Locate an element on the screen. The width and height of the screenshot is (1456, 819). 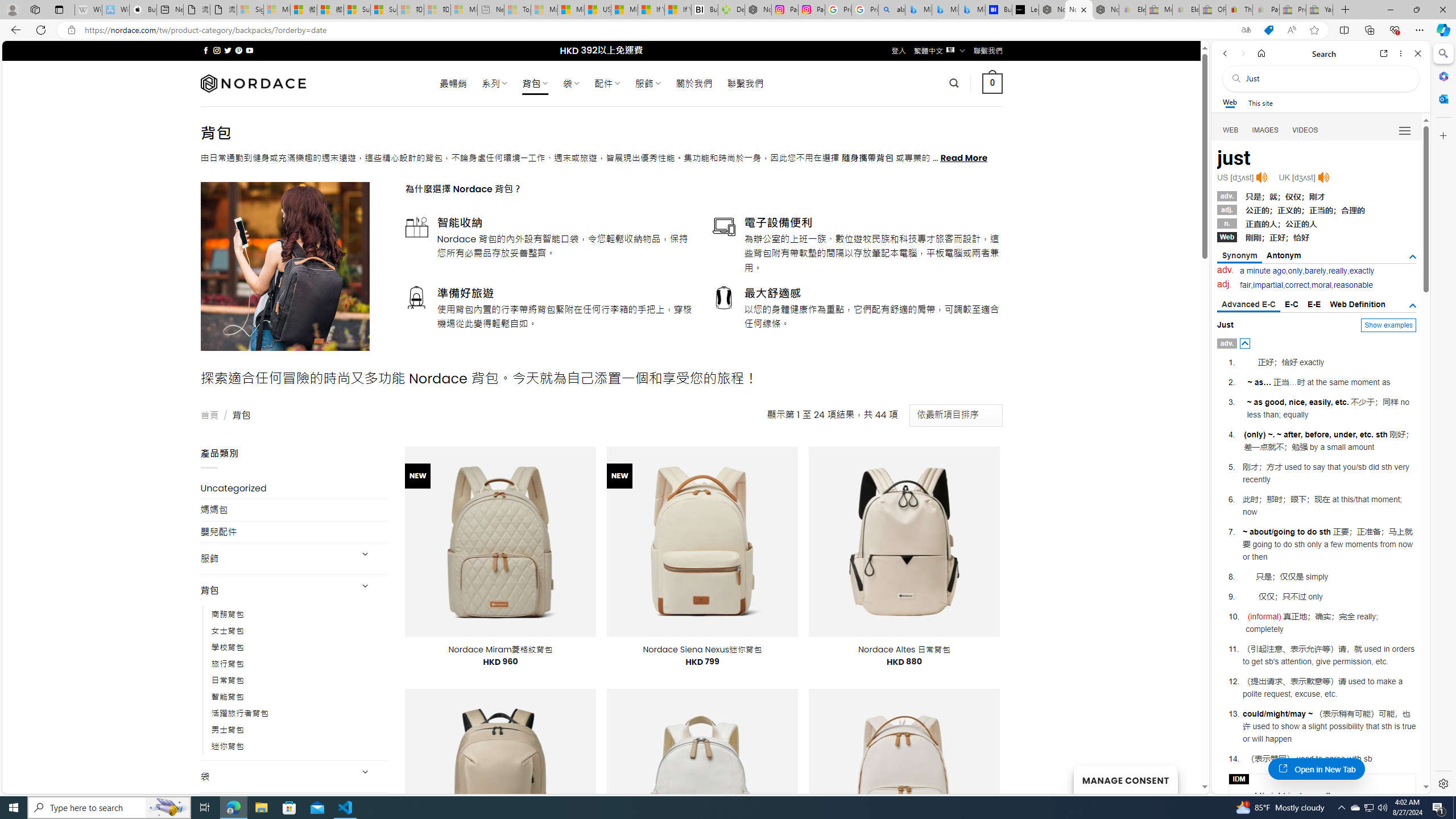
'Yard, Garden & Outdoor Living - Sleeping' is located at coordinates (1319, 9).